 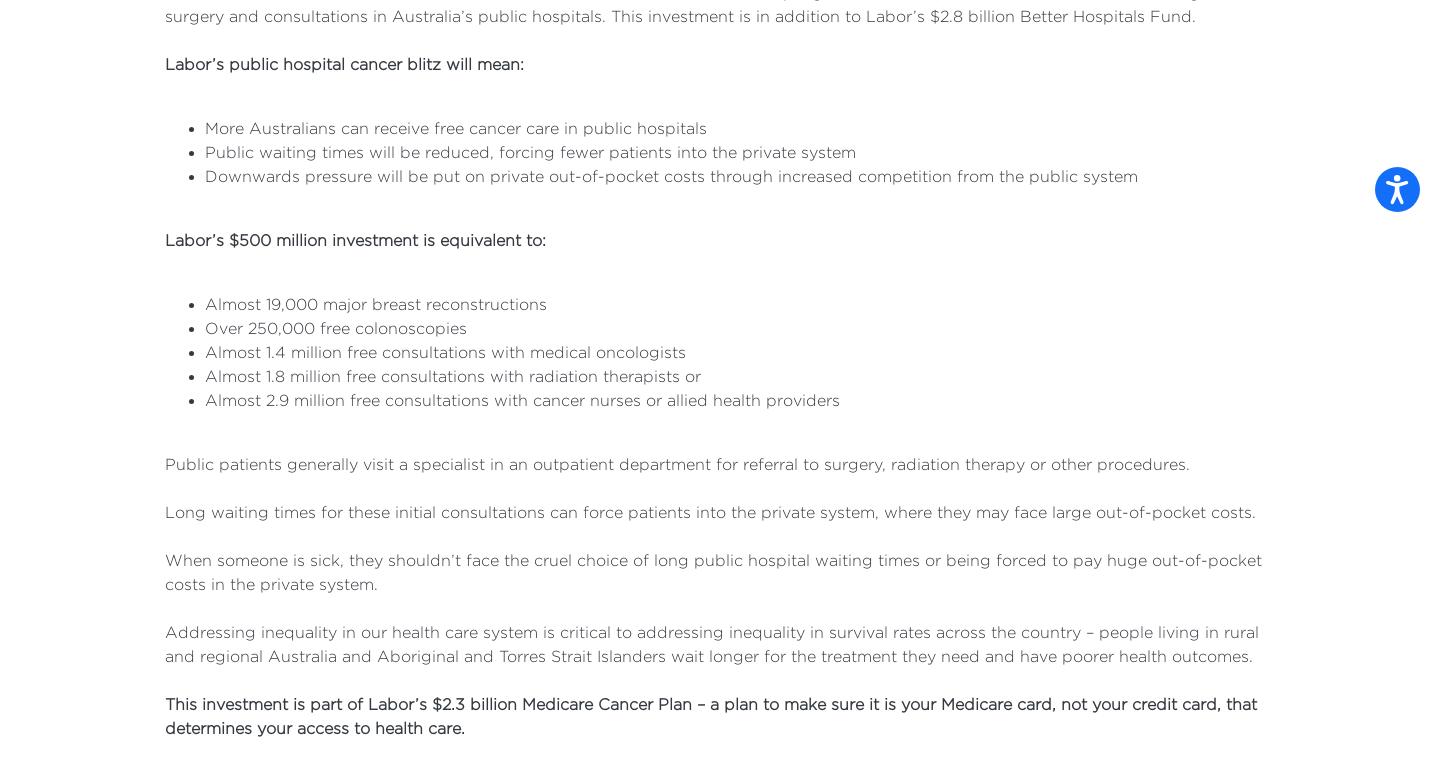 What do you see at coordinates (713, 571) in the screenshot?
I see `'When someone is sick, they shouldn’t face the cruel choice of long public hospital waiting times or being forced to pay huge out-of-pocket costs in the private system.'` at bounding box center [713, 571].